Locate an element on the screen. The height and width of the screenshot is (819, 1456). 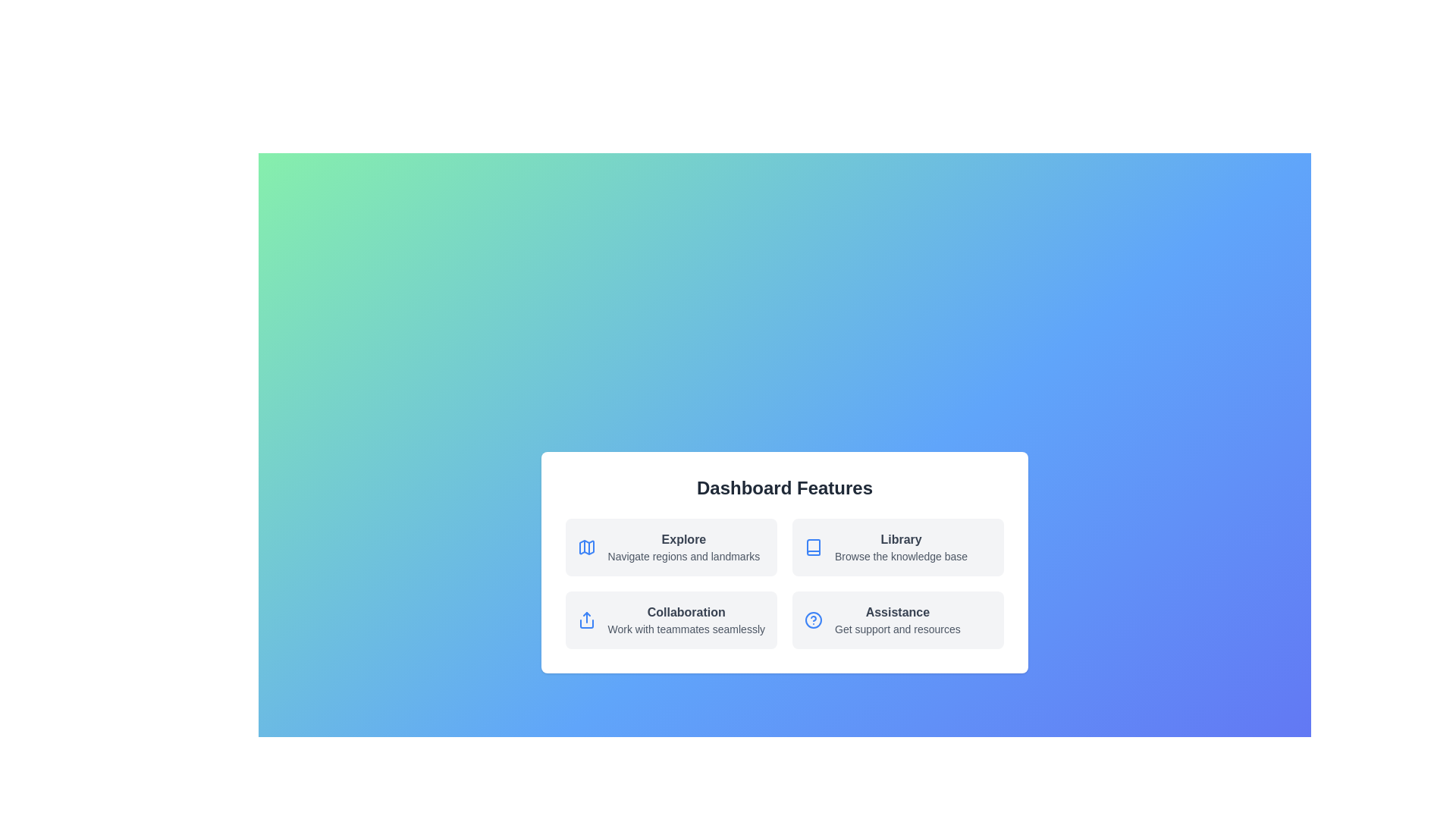
the icon for the Assistance feature is located at coordinates (813, 620).